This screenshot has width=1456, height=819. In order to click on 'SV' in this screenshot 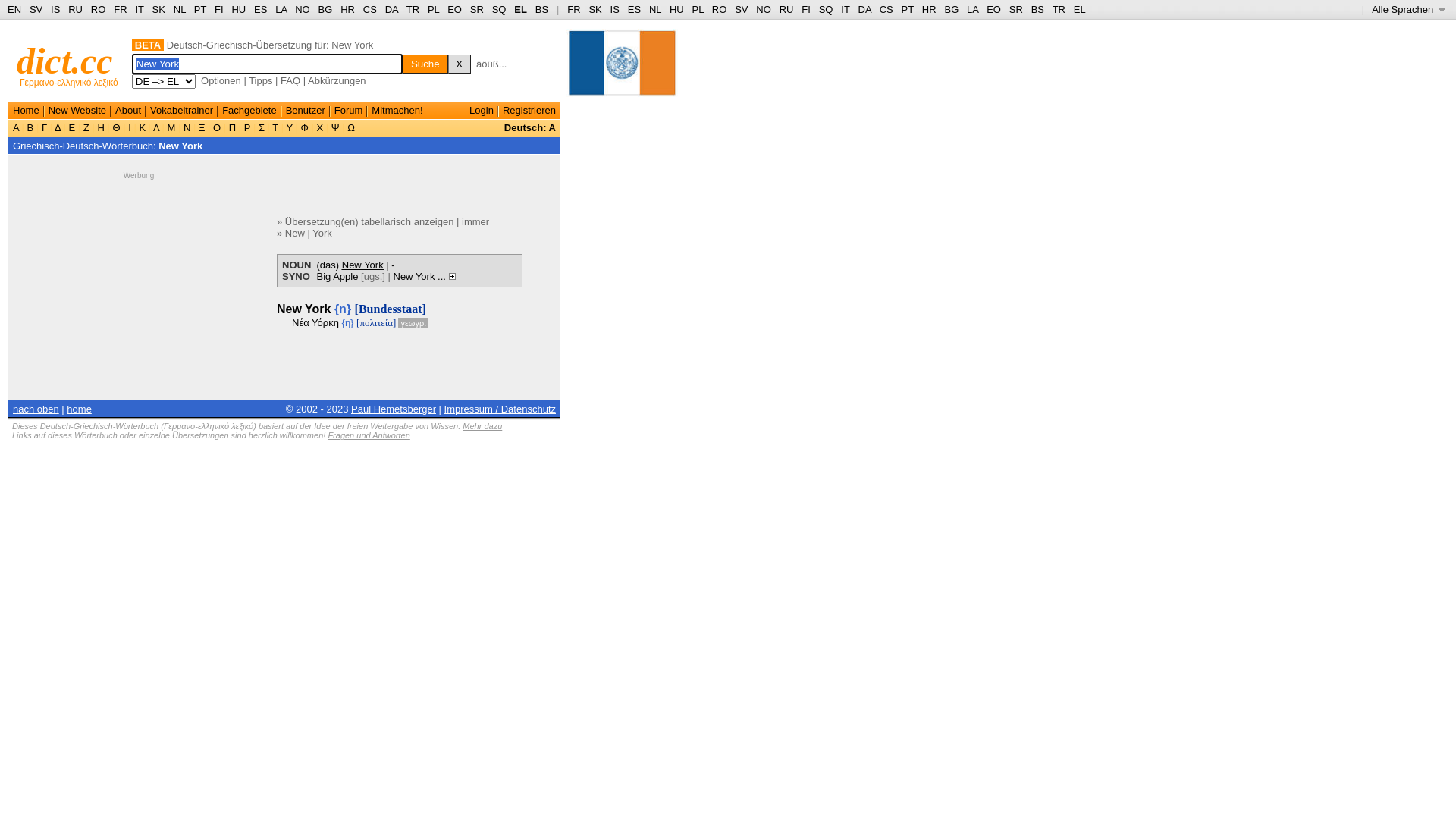, I will do `click(36, 9)`.